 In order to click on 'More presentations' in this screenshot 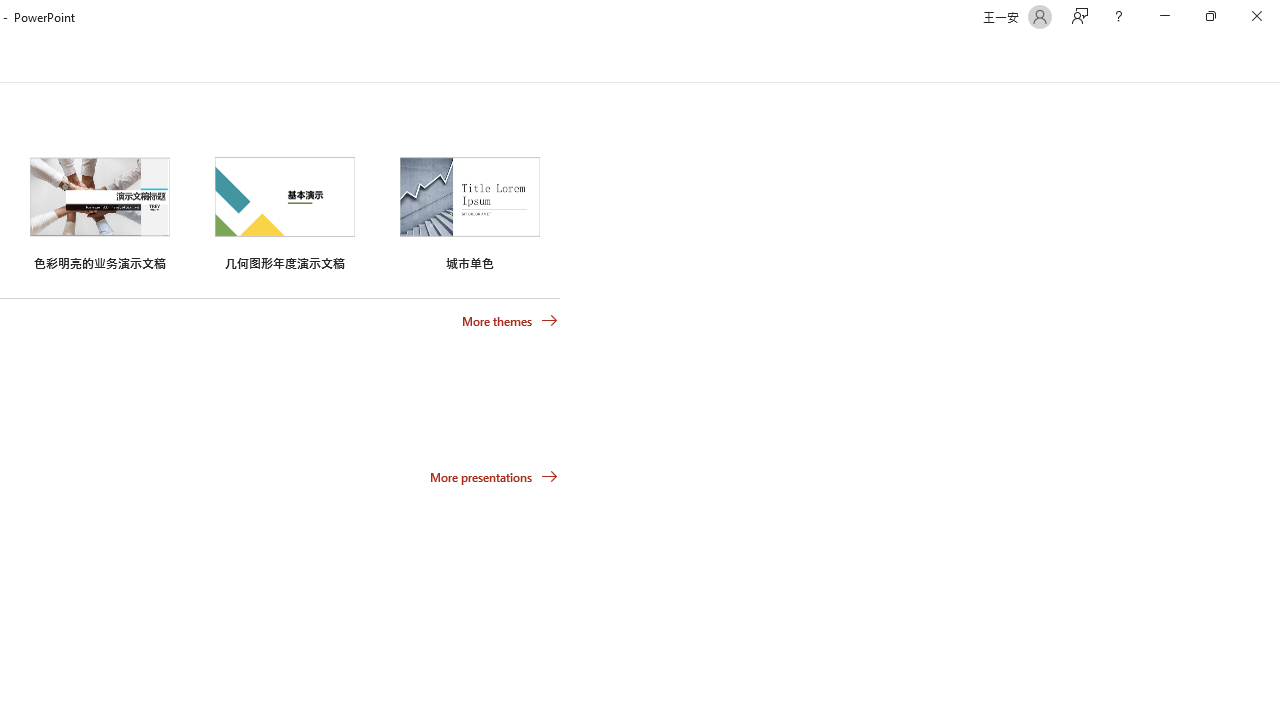, I will do `click(494, 477)`.